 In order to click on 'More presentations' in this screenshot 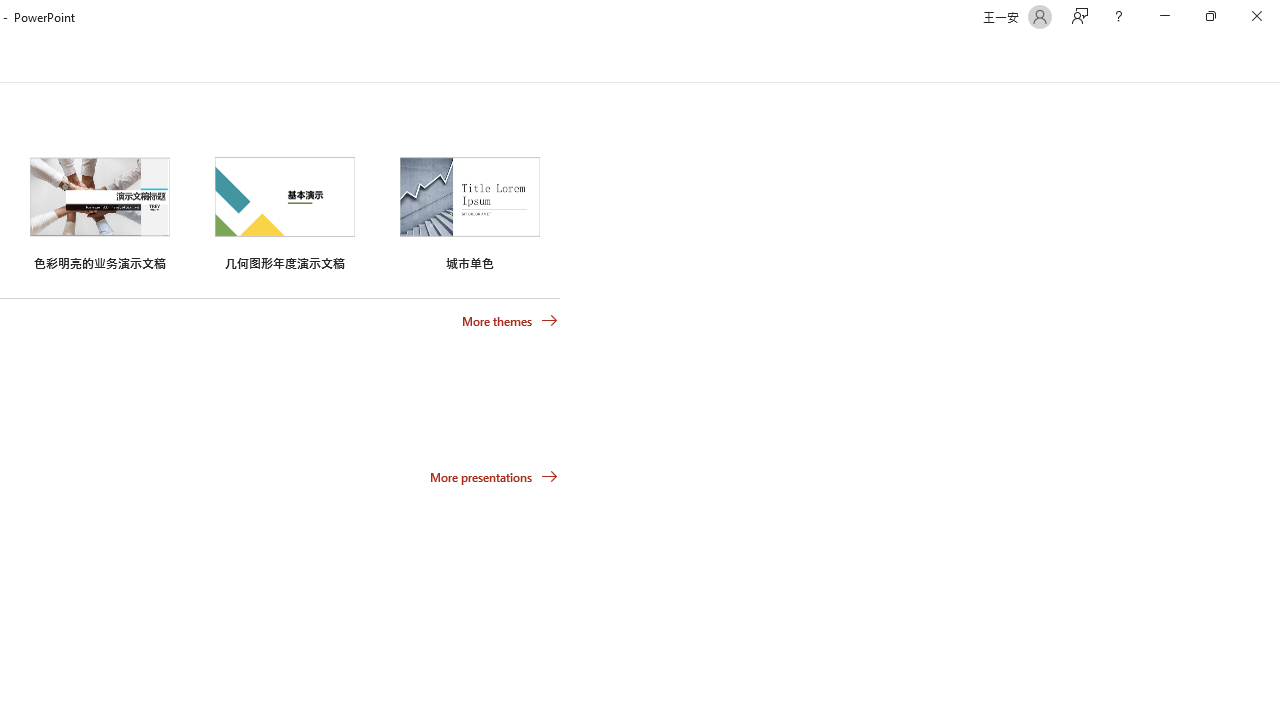, I will do `click(494, 477)`.